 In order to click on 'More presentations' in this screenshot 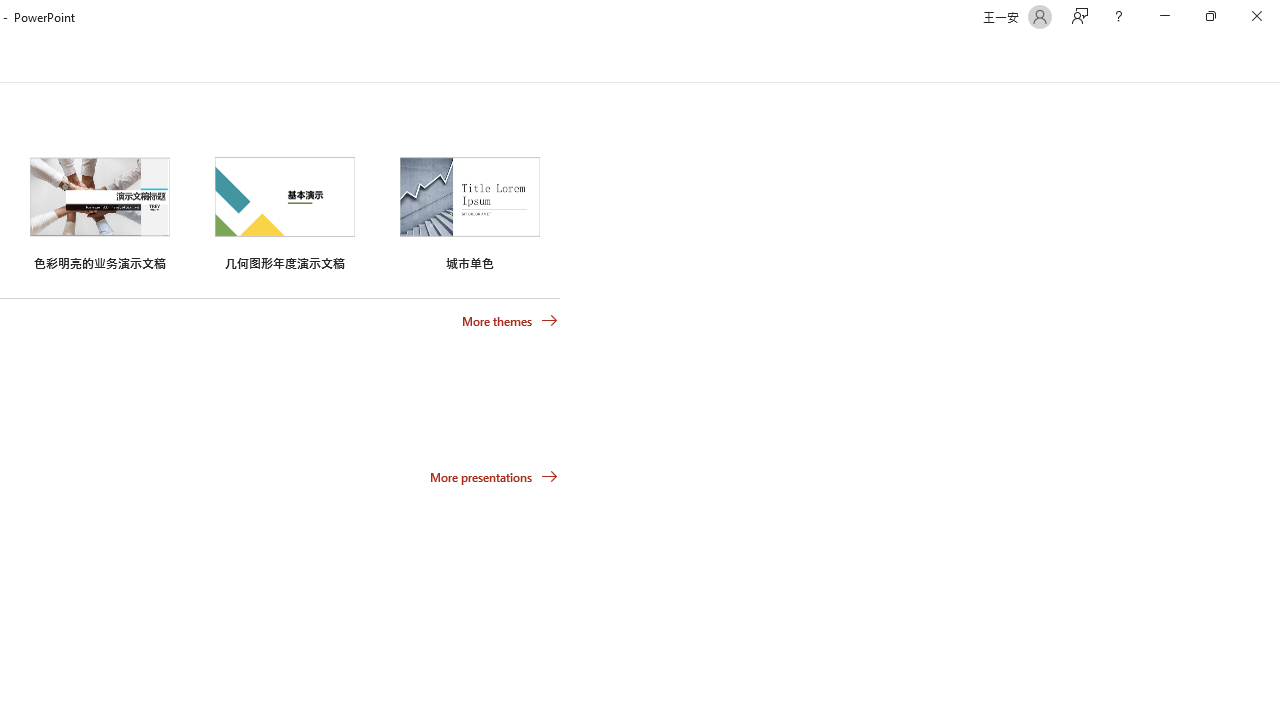, I will do `click(494, 477)`.